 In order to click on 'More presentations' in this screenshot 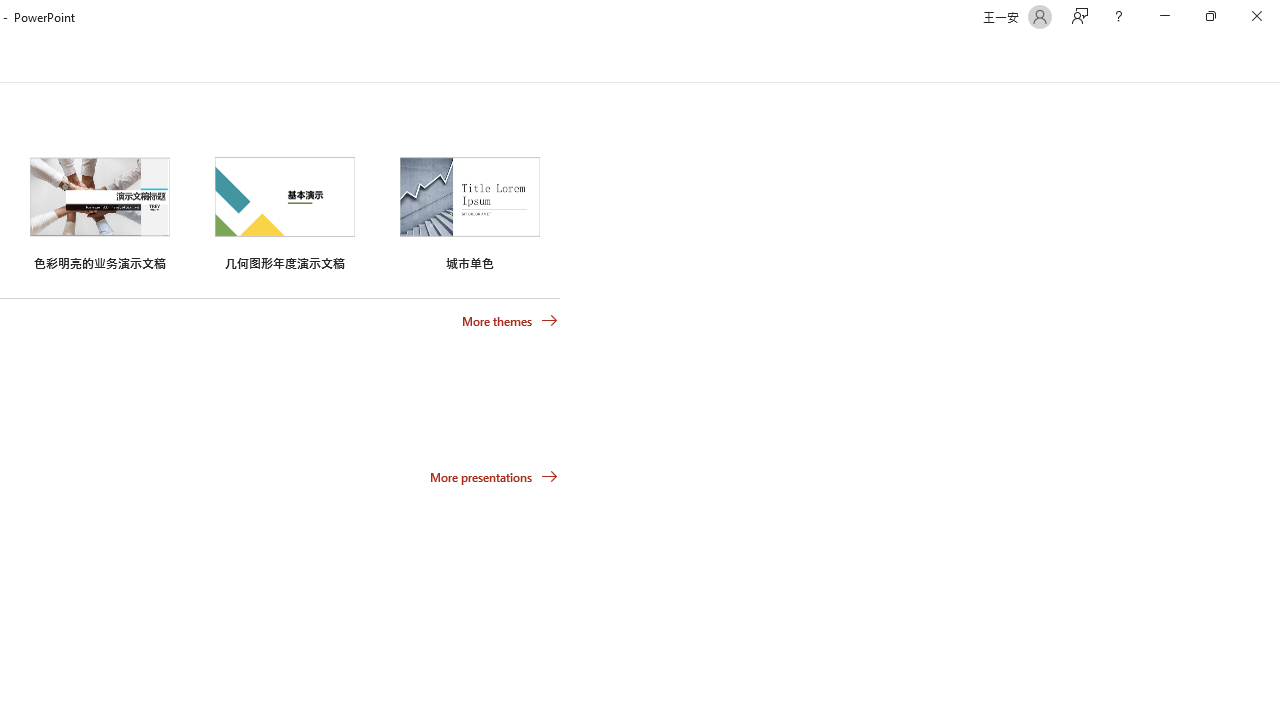, I will do `click(494, 477)`.